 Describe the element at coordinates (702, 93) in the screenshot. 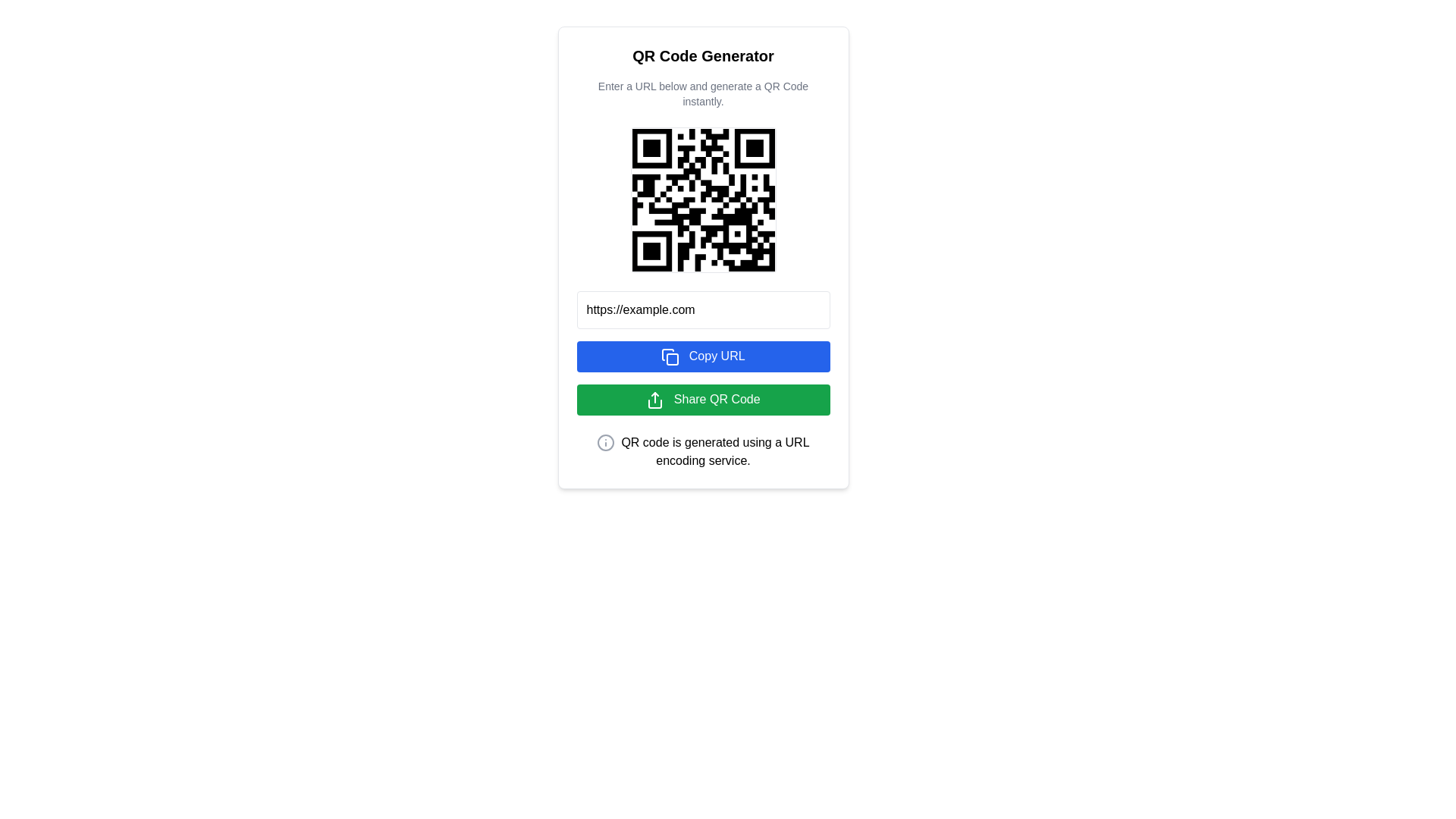

I see `the static text element that provides instructions for using the QR Code generation feature, located beneath the 'QR Code Generator' header` at that location.